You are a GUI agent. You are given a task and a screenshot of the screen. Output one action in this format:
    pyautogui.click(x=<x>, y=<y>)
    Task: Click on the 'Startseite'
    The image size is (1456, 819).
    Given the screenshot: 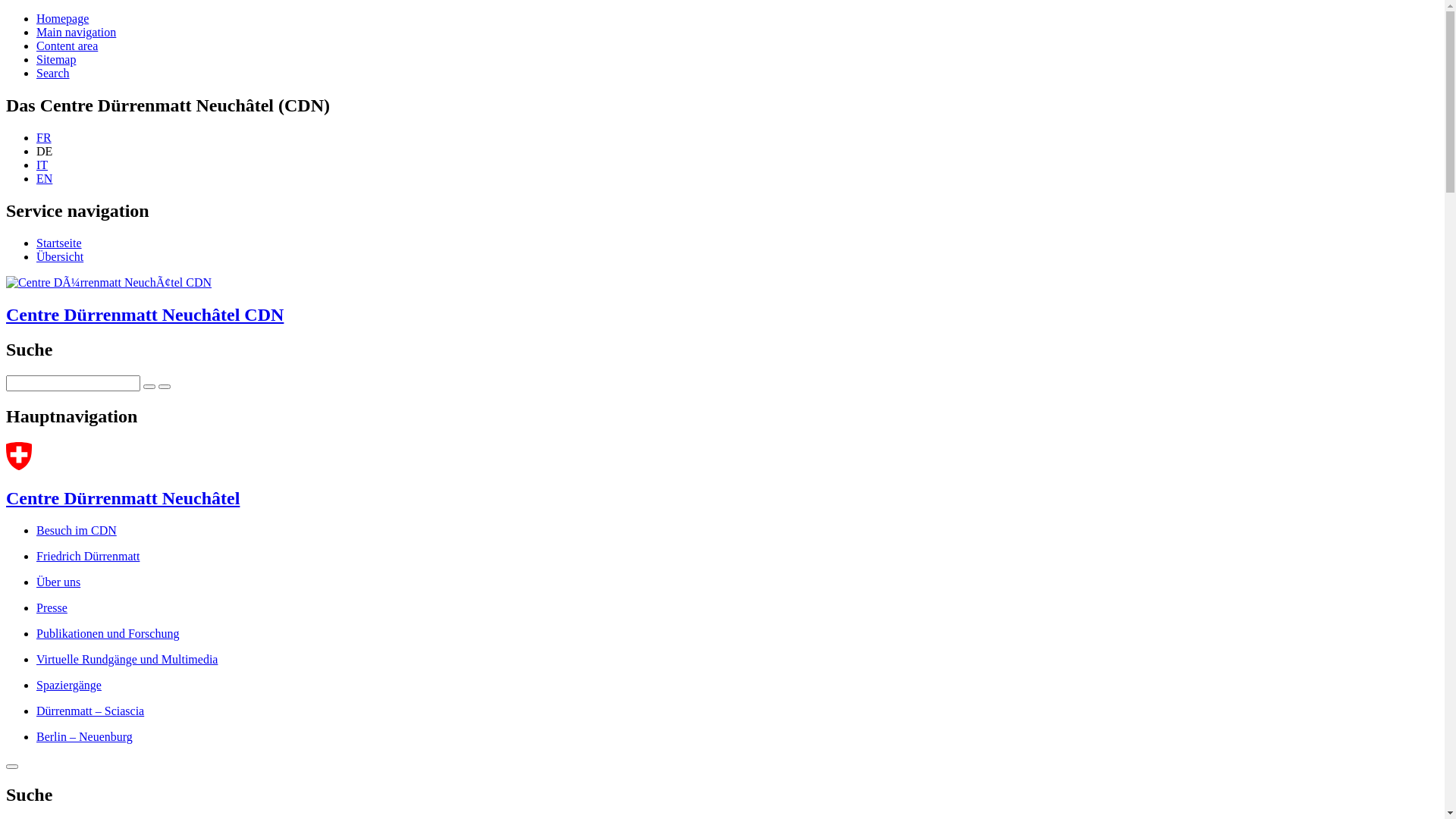 What is the action you would take?
    pyautogui.click(x=36, y=242)
    